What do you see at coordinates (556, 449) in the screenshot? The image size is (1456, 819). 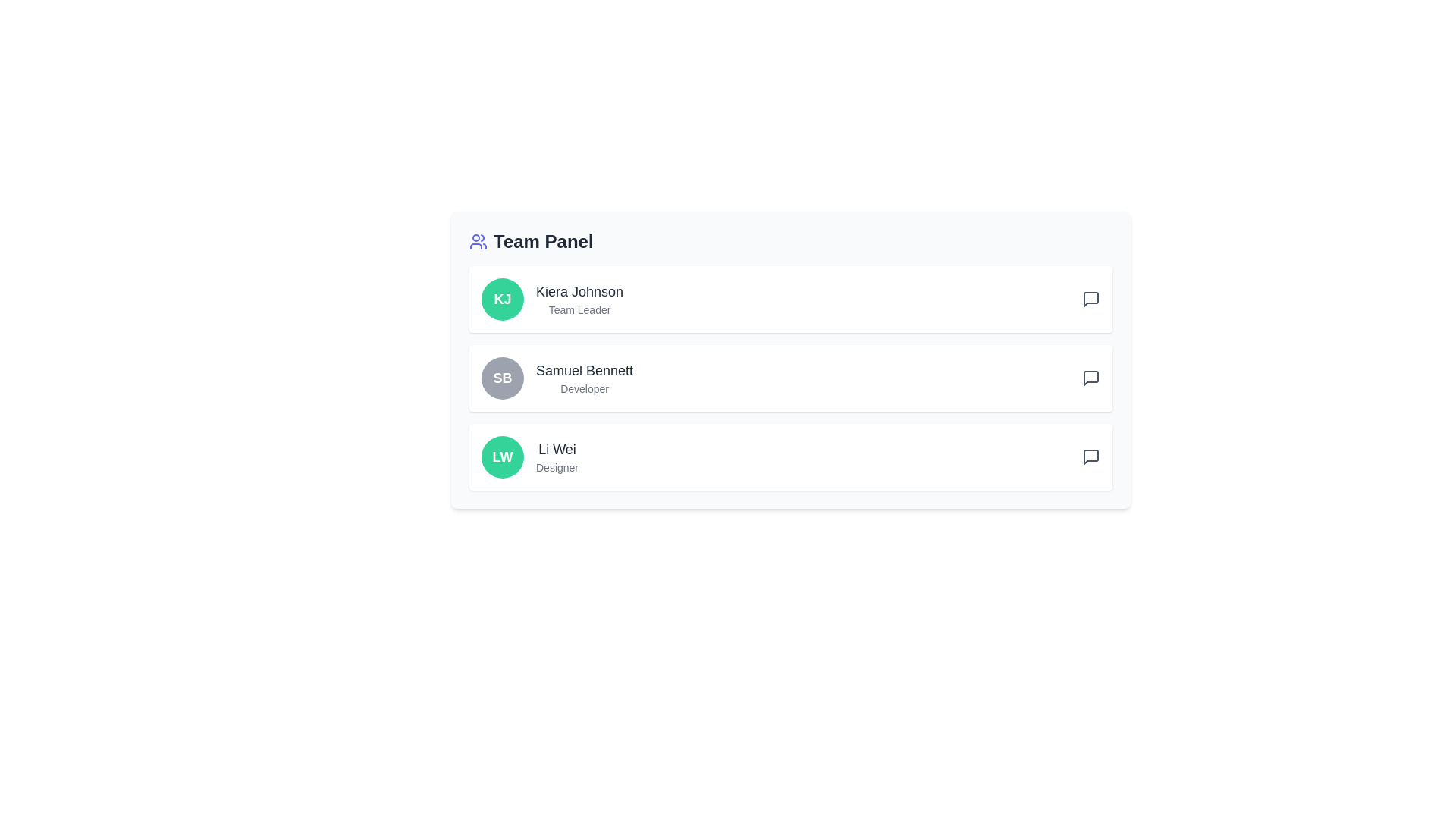 I see `the text label reading 'Li Wei', which is styled with a large font size and dark gray color, positioned below a green circular icon and above a smaller label reading 'Designer'` at bounding box center [556, 449].